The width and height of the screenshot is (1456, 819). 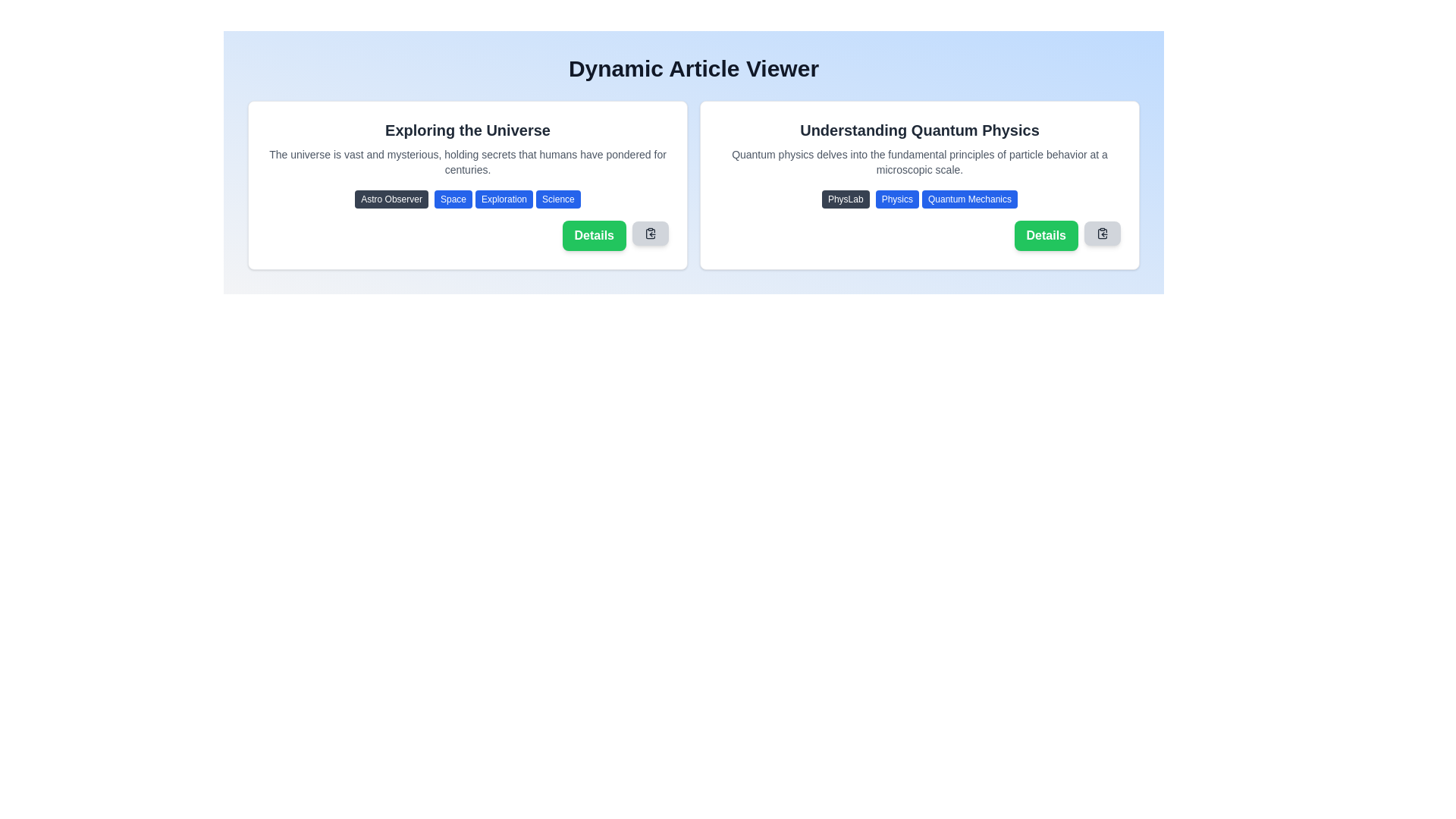 I want to click on the text of the label associated with the card titled 'Exploring the Universe', which is the first in a row of labels, so click(x=391, y=198).